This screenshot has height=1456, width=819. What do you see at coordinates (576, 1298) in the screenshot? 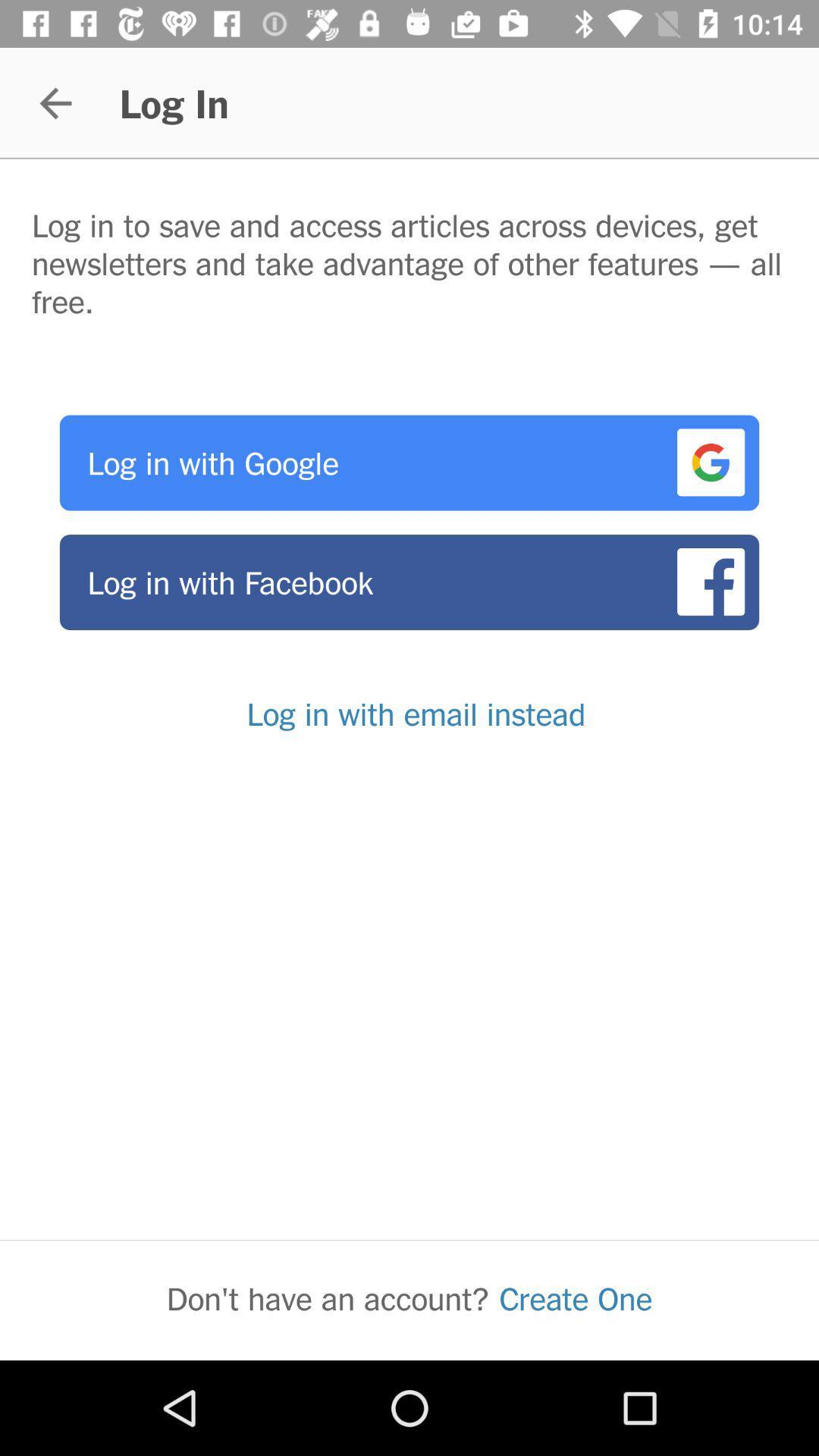
I see `create one at the bottom right corner` at bounding box center [576, 1298].